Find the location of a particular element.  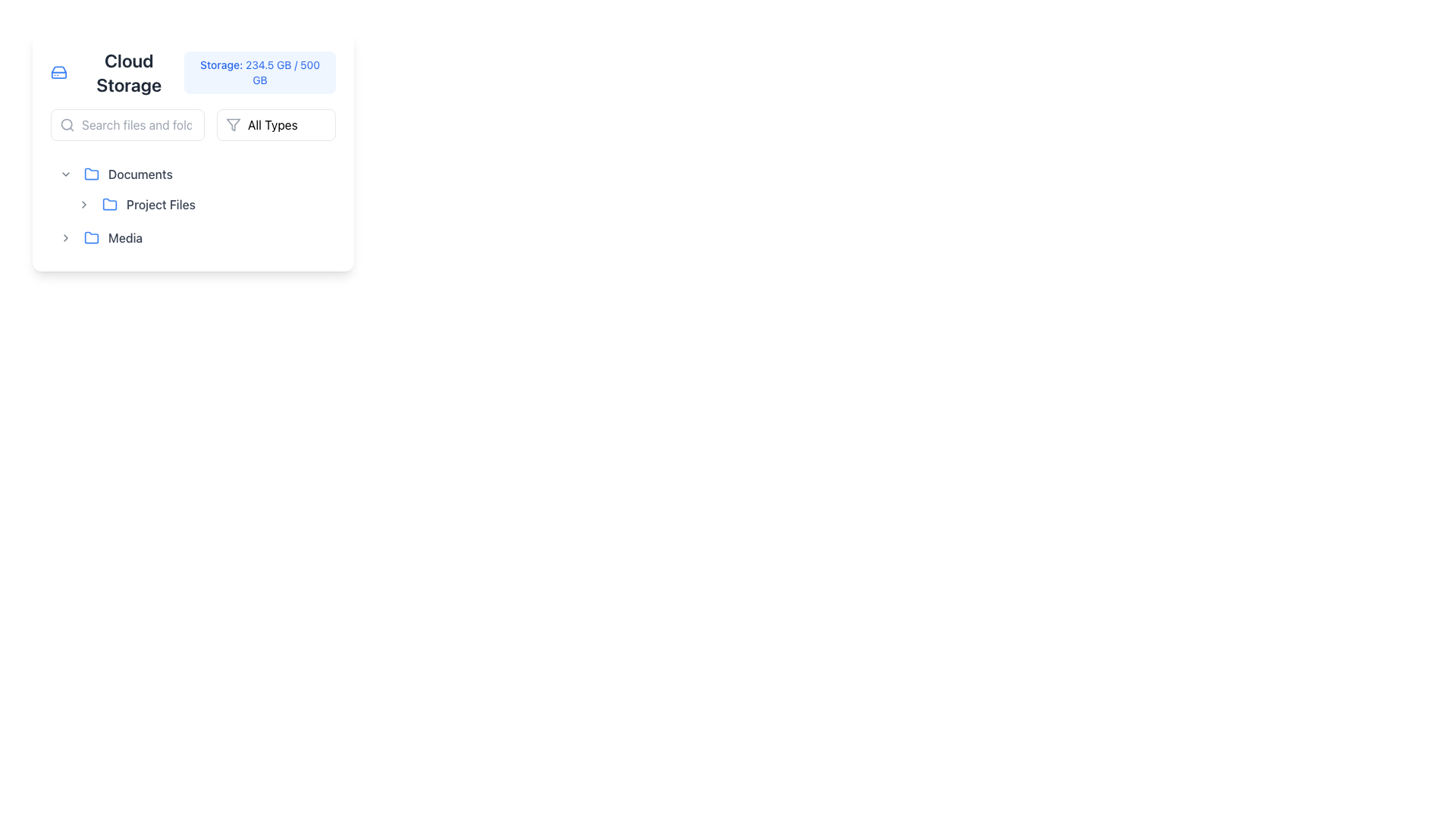

the 'Cloud Storage' header text label located in the top-left corner of the interface, which provides context for the content in this section is located at coordinates (117, 73).